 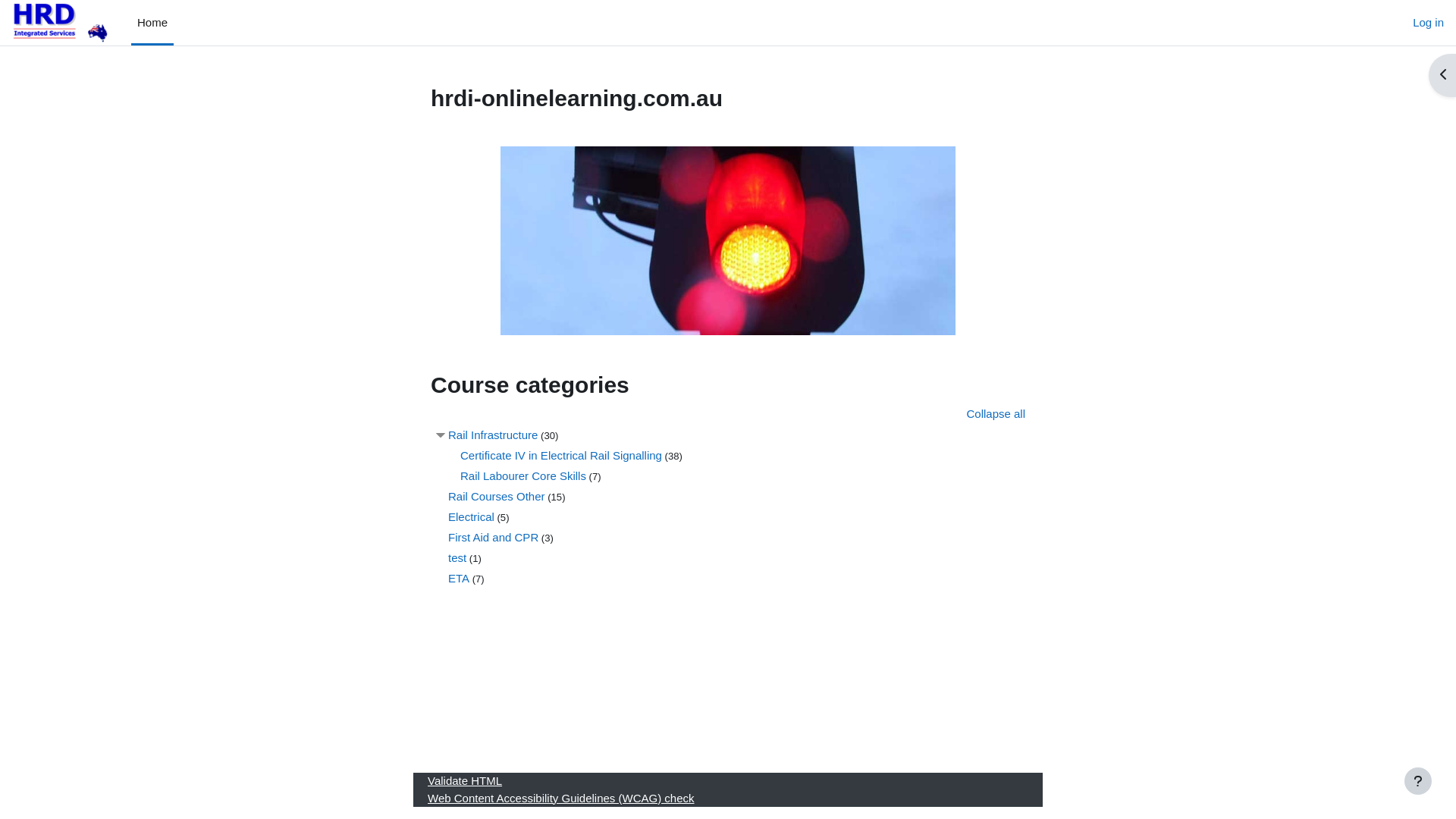 I want to click on 'Validate HTML', so click(x=427, y=780).